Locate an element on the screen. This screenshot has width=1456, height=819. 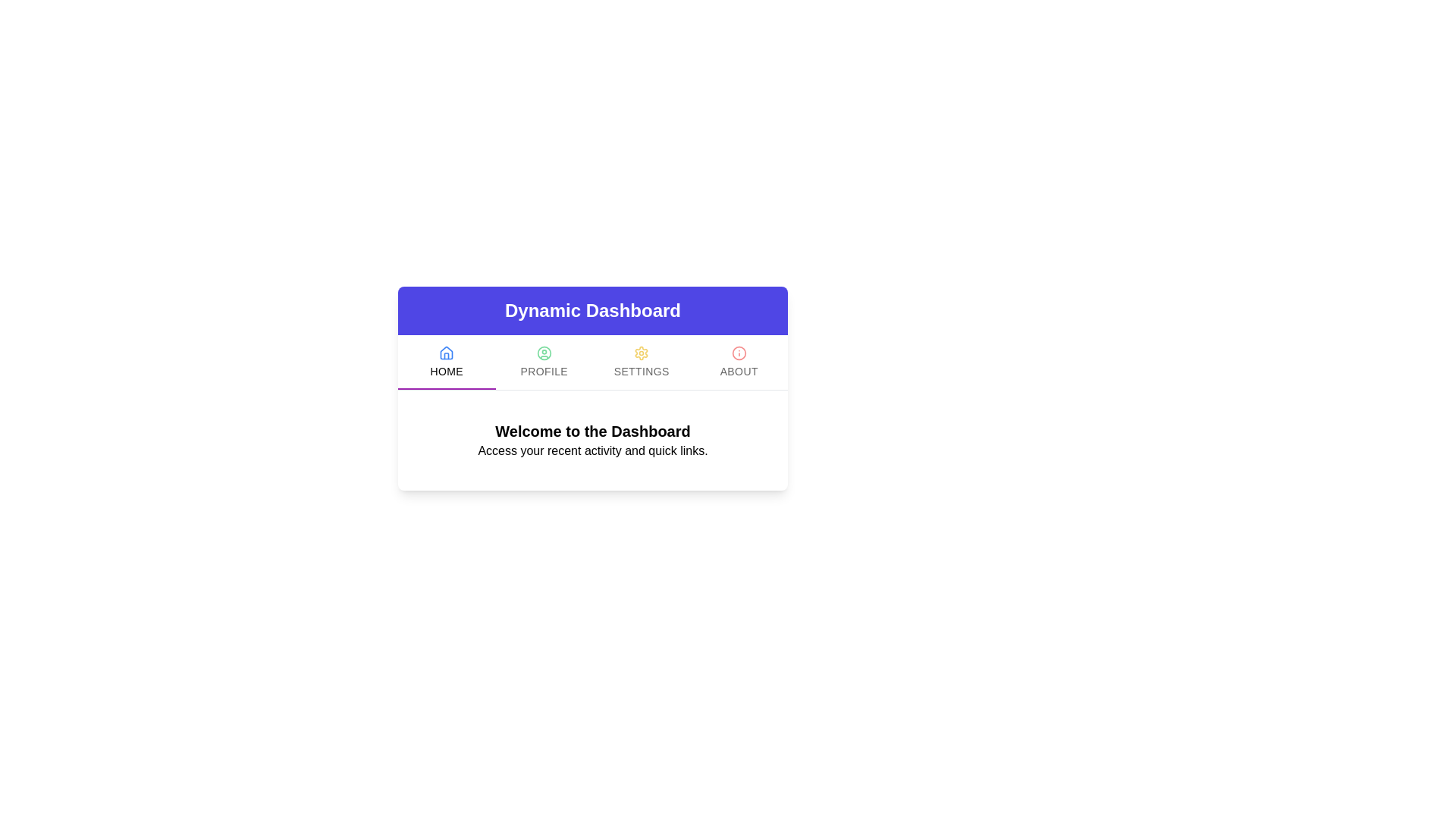
the Text header element that serves as the title for the page, positioned above the navigation bar is located at coordinates (592, 309).